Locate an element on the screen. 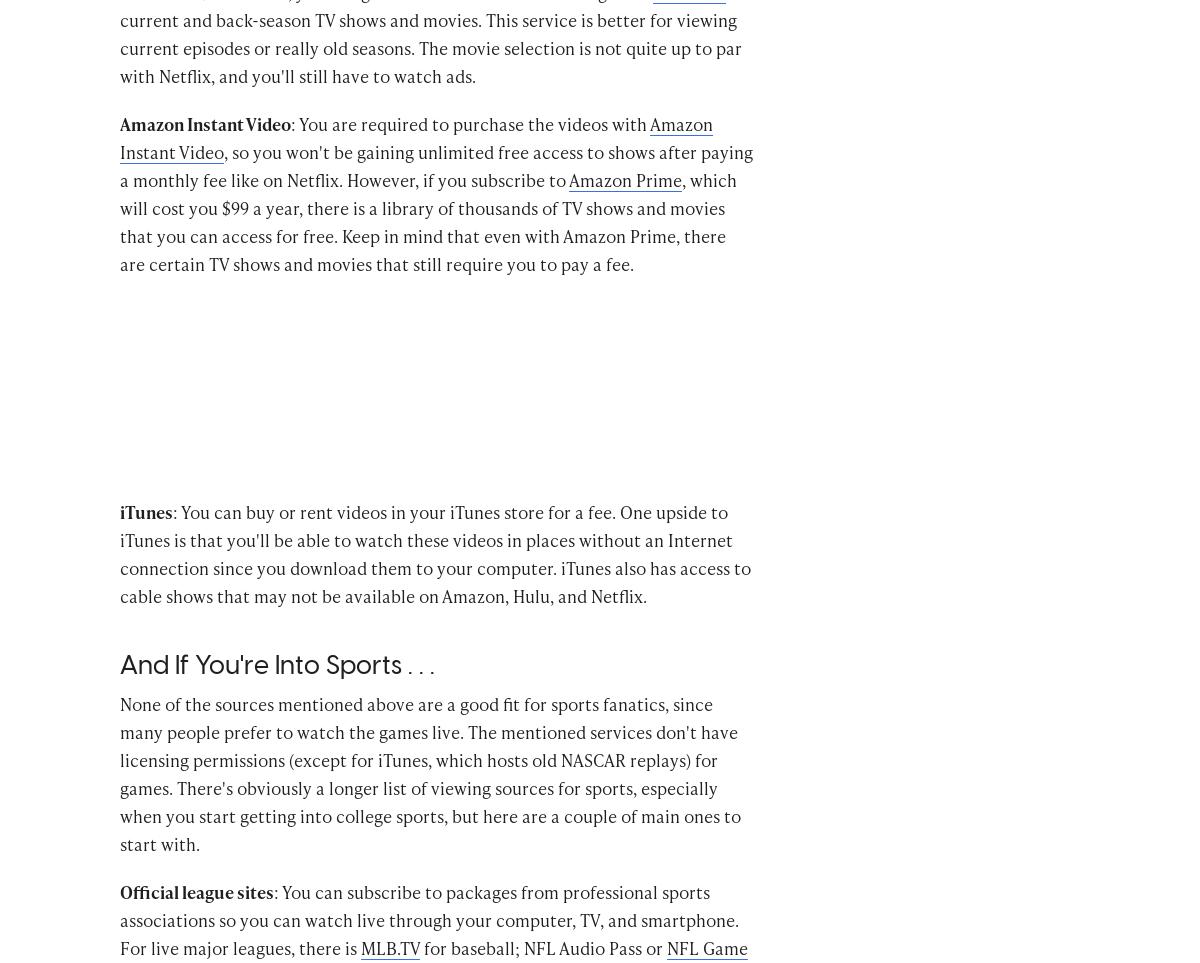 The image size is (1200, 963). ': You are required to purchase the videos with' is located at coordinates (469, 153).